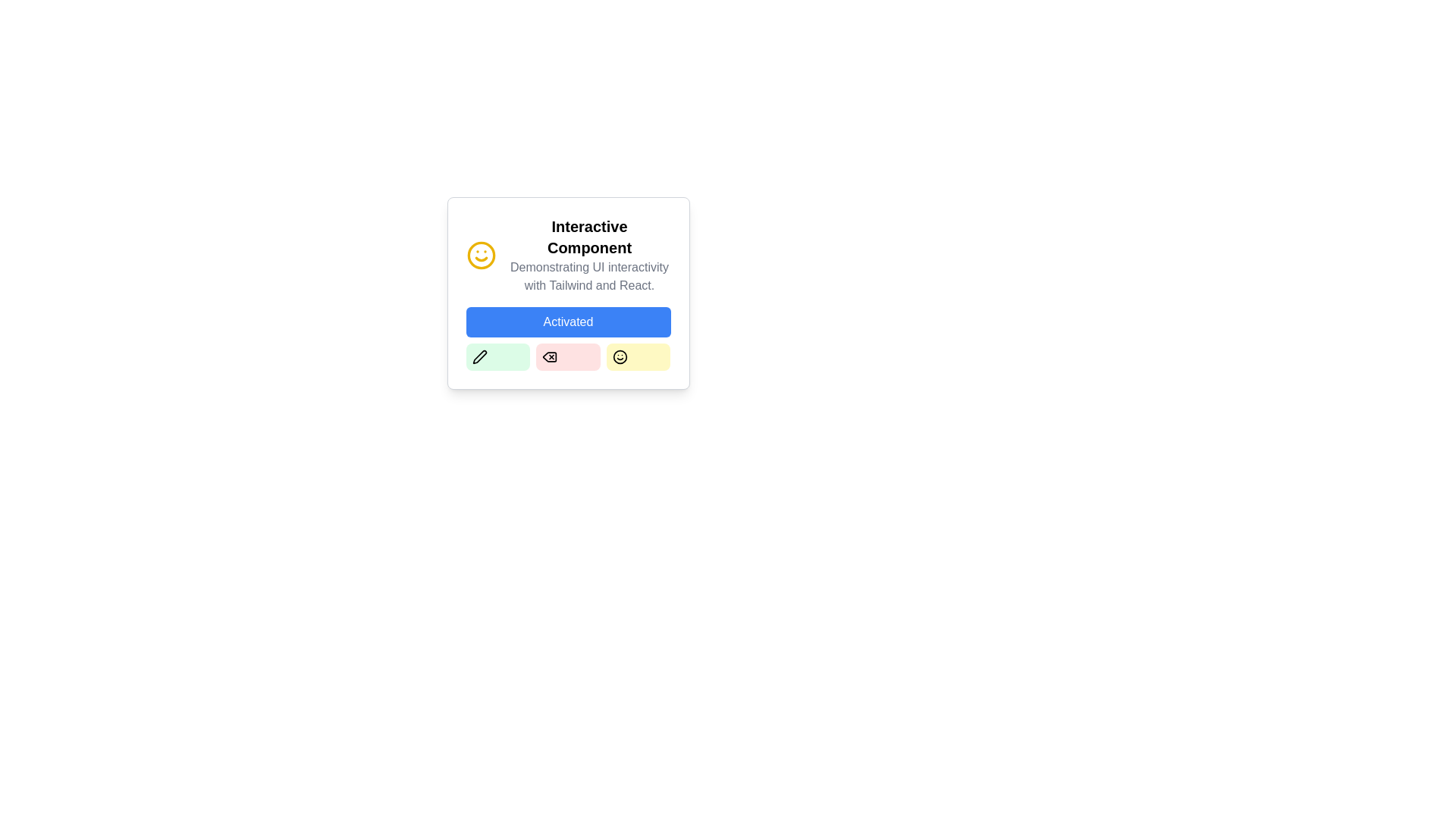 Image resolution: width=1456 pixels, height=819 pixels. What do you see at coordinates (567, 356) in the screenshot?
I see `any cell in the horizontal grid layout located below the prominent blue button labeled 'Activated'` at bounding box center [567, 356].